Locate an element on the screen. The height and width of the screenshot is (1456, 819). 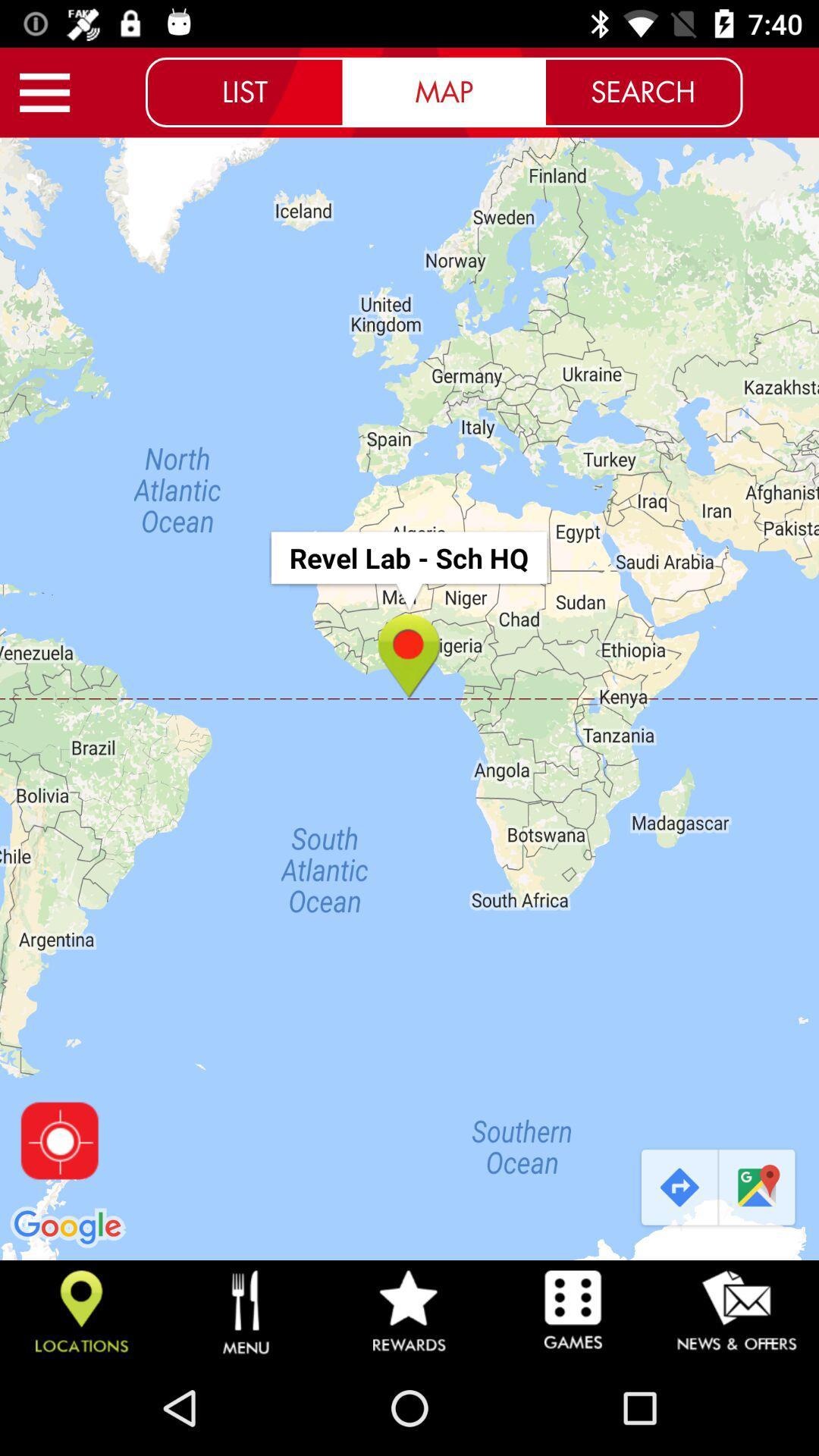
menu button is located at coordinates (44, 92).